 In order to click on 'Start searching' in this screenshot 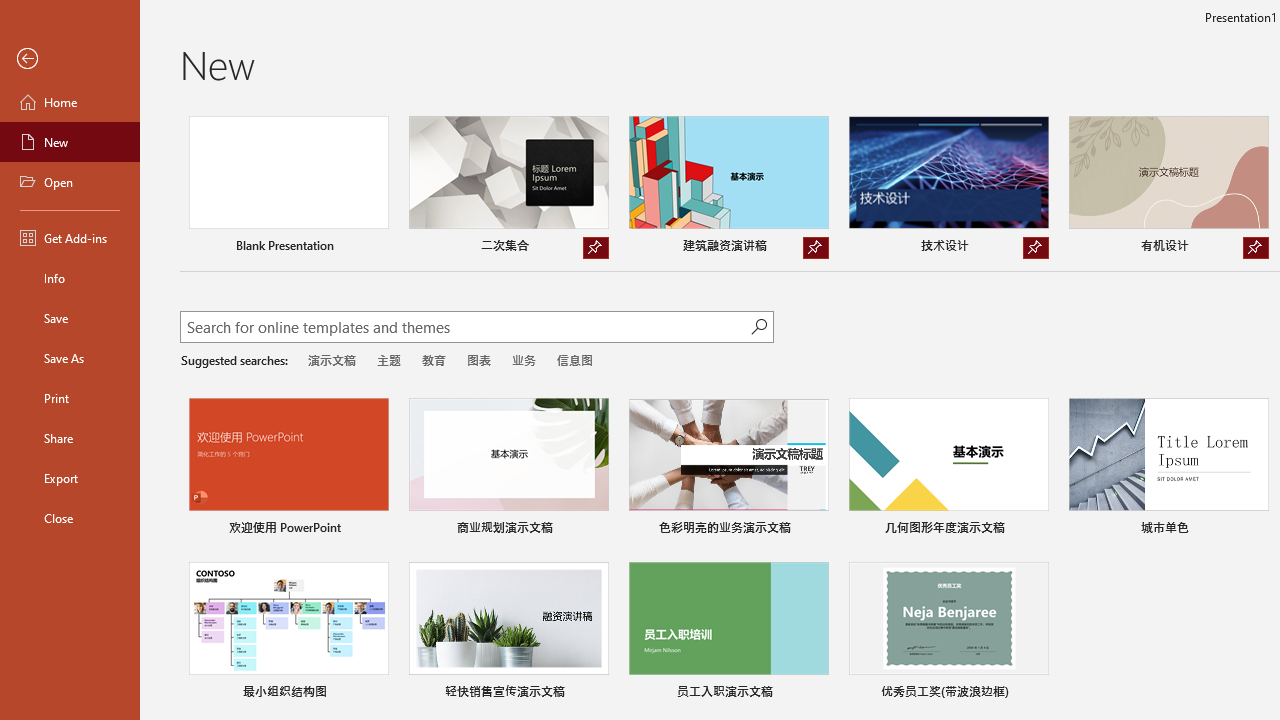, I will do `click(758, 325)`.